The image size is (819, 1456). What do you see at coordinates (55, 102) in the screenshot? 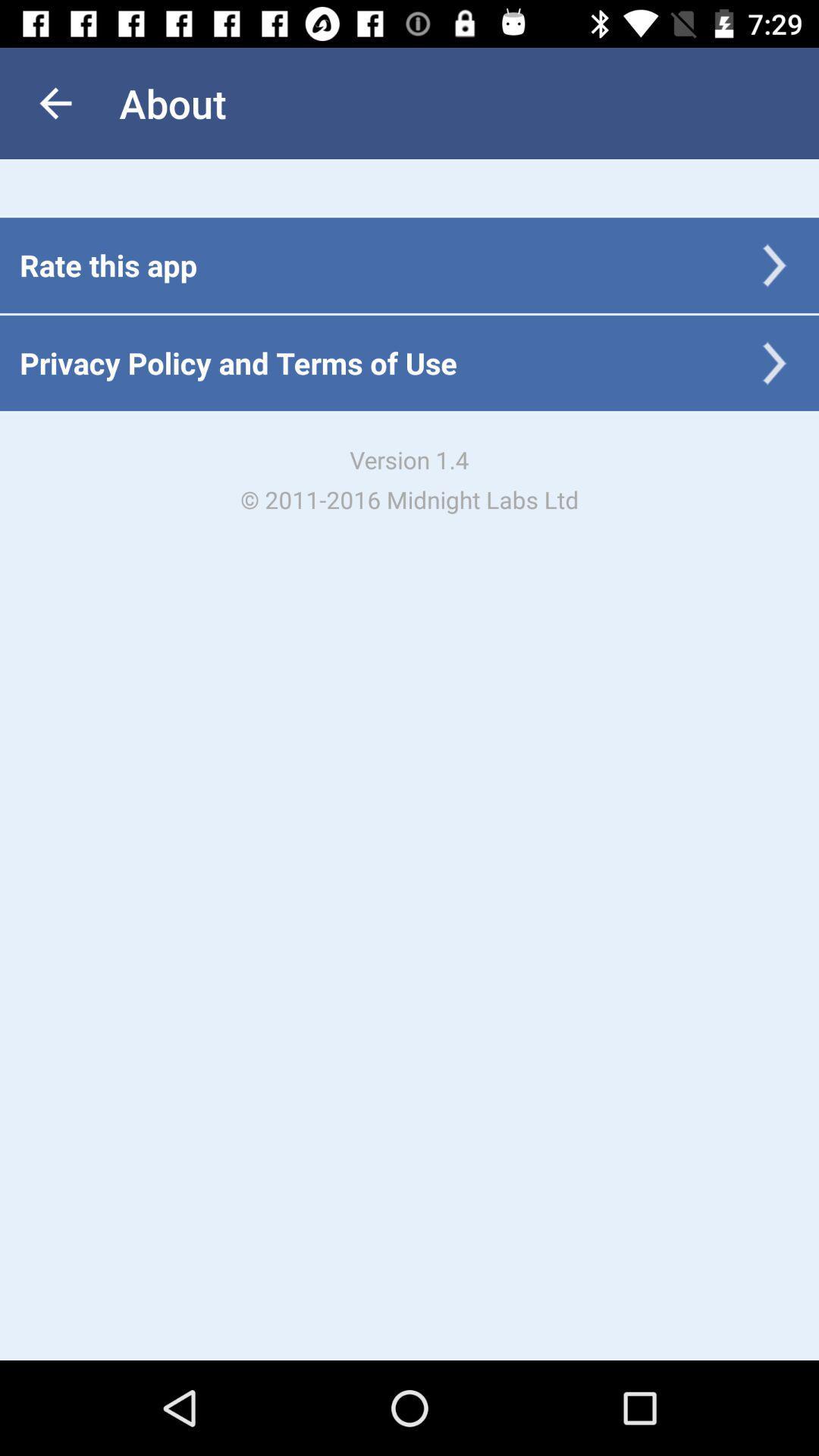
I see `app next to the about` at bounding box center [55, 102].